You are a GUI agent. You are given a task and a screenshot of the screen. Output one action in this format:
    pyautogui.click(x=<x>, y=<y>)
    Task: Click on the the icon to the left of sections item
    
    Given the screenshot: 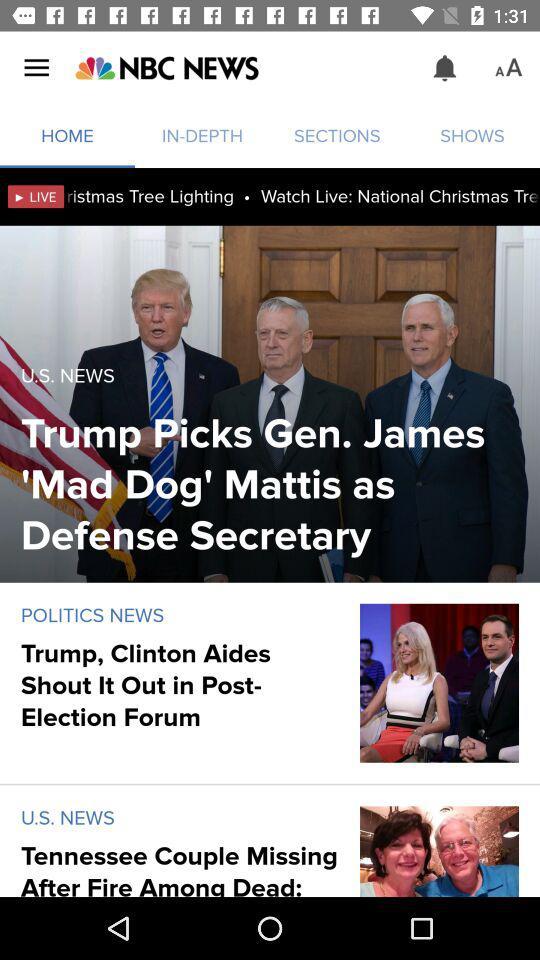 What is the action you would take?
    pyautogui.click(x=165, y=68)
    